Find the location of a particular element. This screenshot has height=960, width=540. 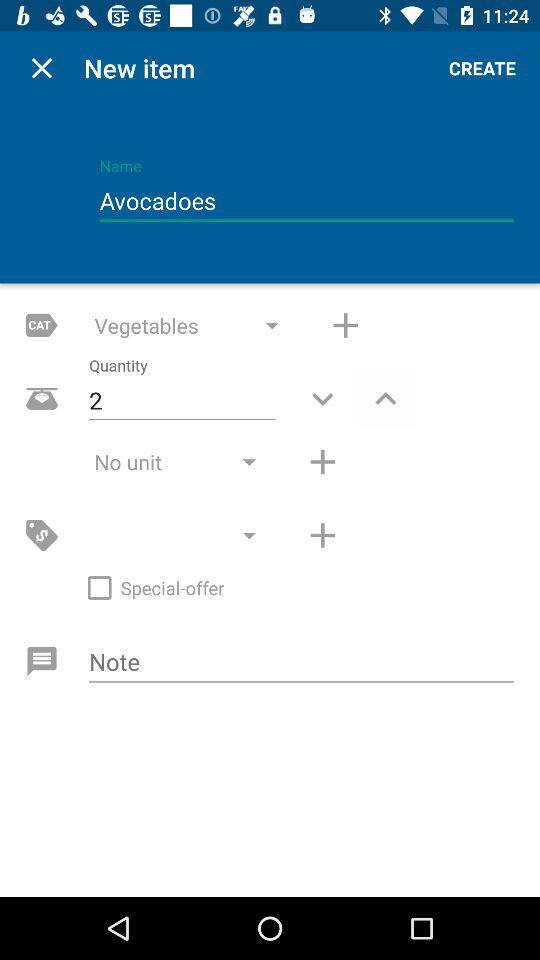

reduce quantity is located at coordinates (322, 397).